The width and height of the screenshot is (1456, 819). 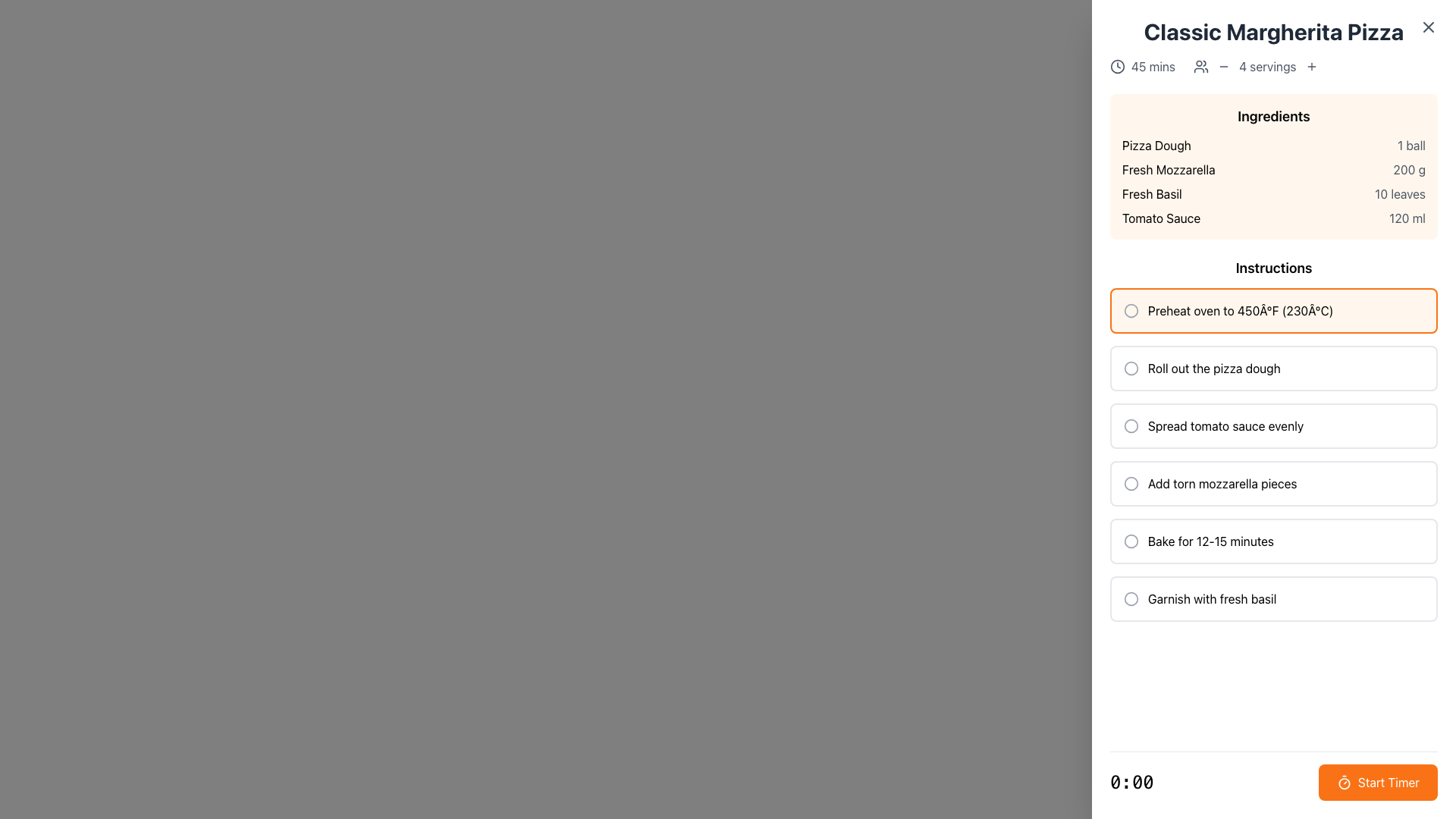 I want to click on the first button in the horizontal row that decreases the serving count next to the '4 servings' label, so click(x=1224, y=66).